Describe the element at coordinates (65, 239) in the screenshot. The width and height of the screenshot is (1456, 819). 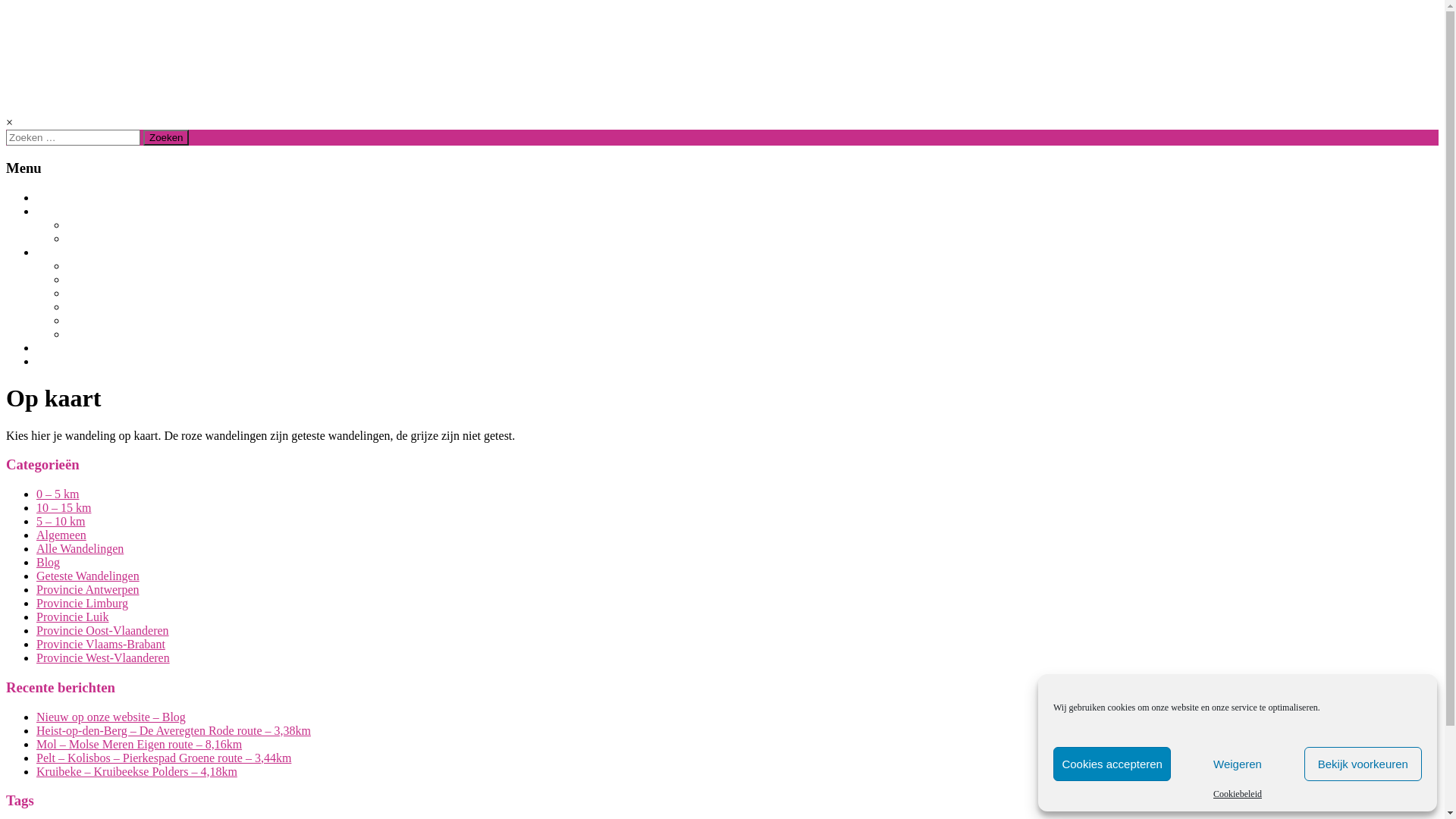
I see `'GETESTE WANDELINGEN'` at that location.